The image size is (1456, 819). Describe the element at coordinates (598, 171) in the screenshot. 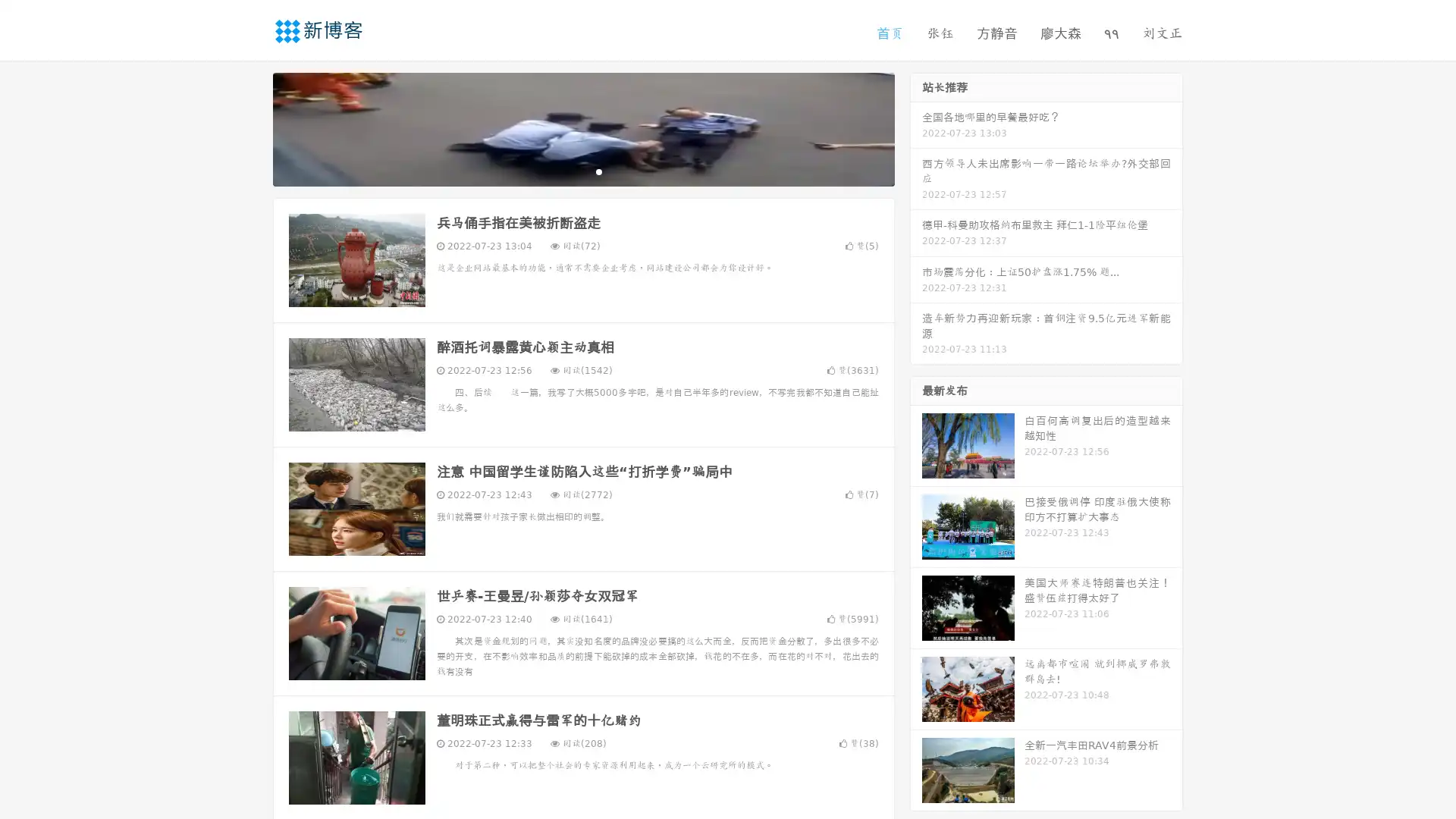

I see `Go to slide 3` at that location.